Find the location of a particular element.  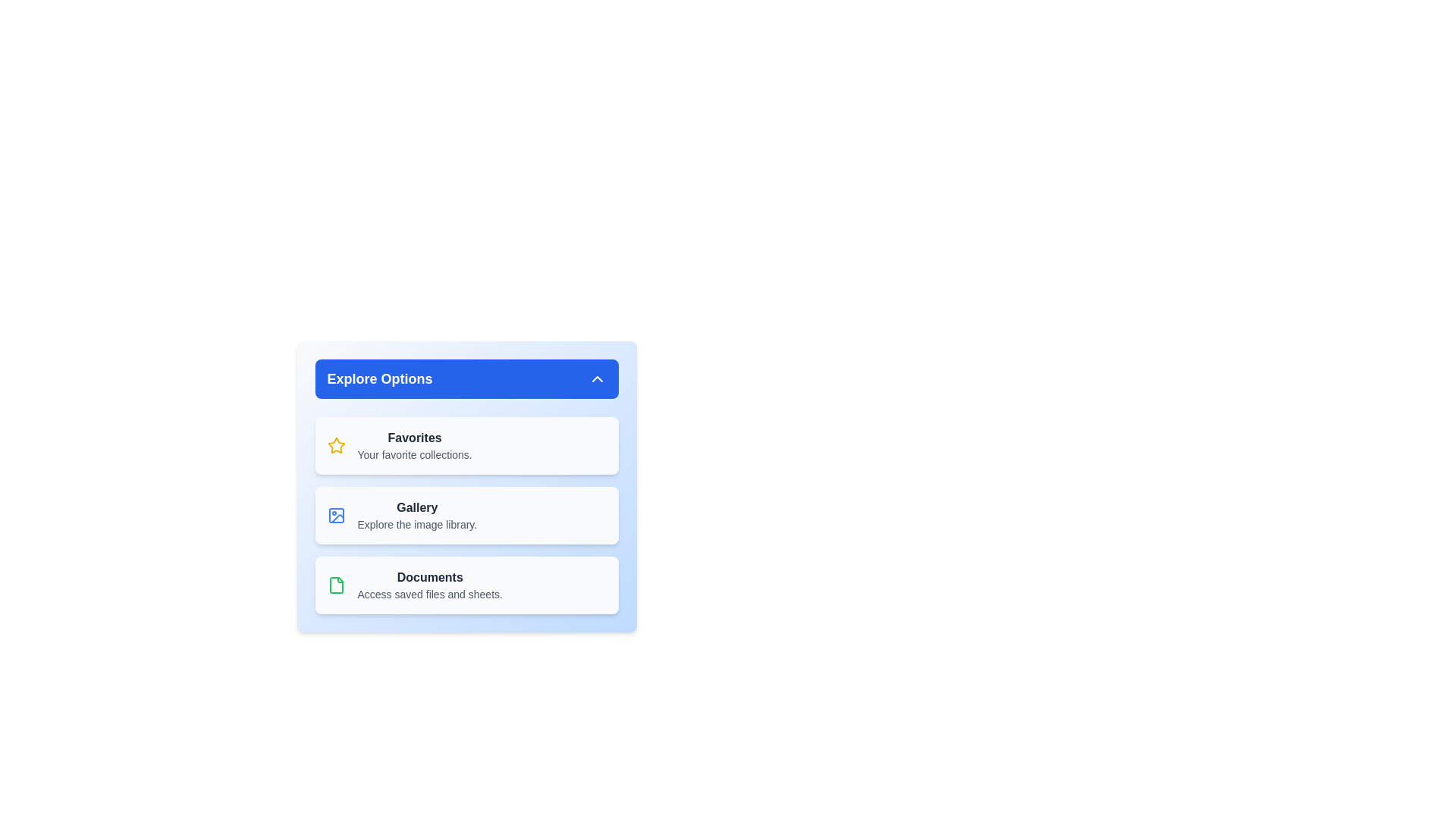

the golden-yellow star icon, which serves as the visual identifier for the 'Favorites' label in the navigation panel under 'Explore Options' is located at coordinates (335, 444).